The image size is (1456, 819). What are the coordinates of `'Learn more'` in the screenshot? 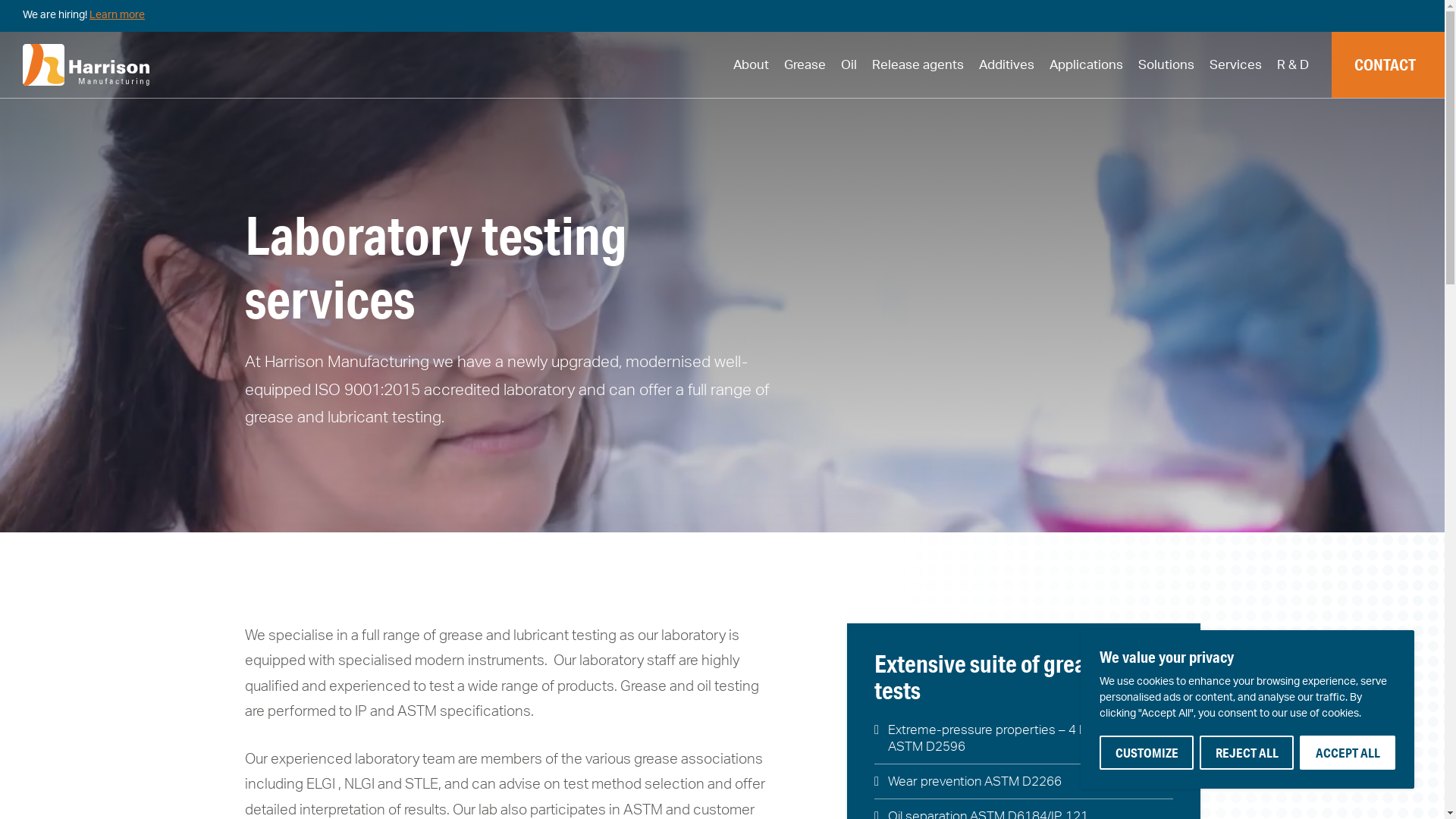 It's located at (89, 14).